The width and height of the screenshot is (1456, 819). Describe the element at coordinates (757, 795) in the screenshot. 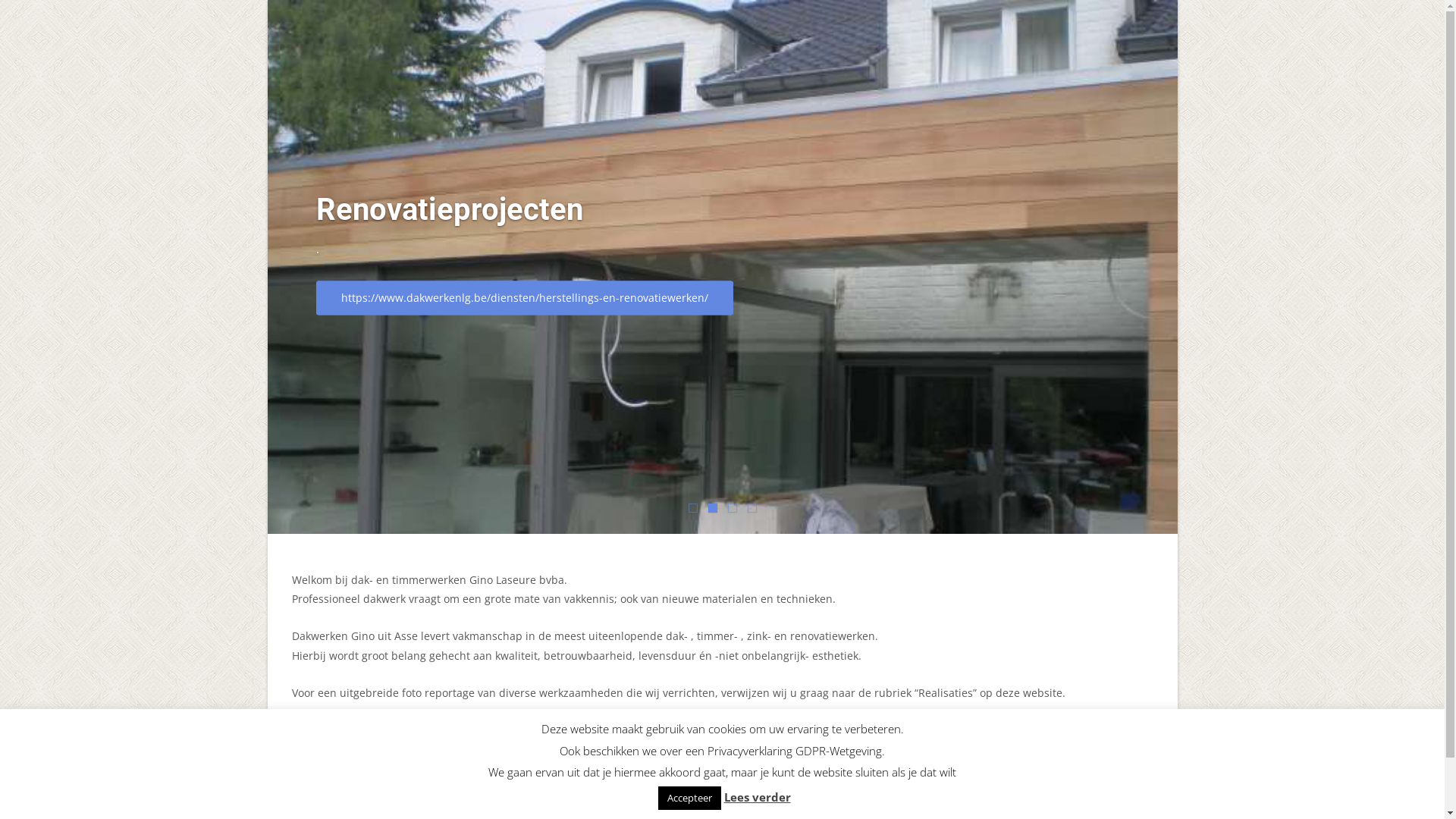

I see `'Lees verder'` at that location.